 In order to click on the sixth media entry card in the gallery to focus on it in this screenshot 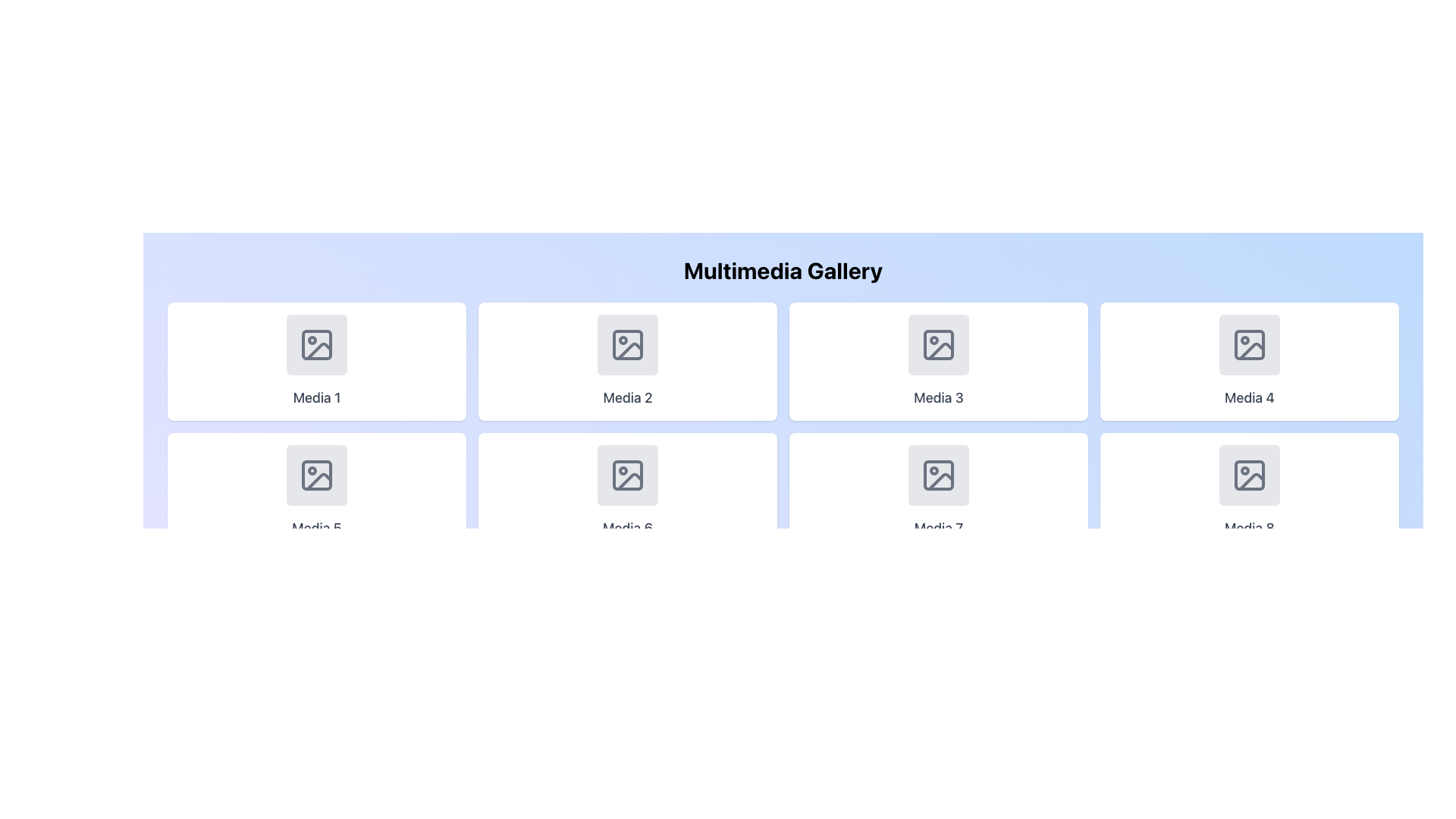, I will do `click(628, 491)`.